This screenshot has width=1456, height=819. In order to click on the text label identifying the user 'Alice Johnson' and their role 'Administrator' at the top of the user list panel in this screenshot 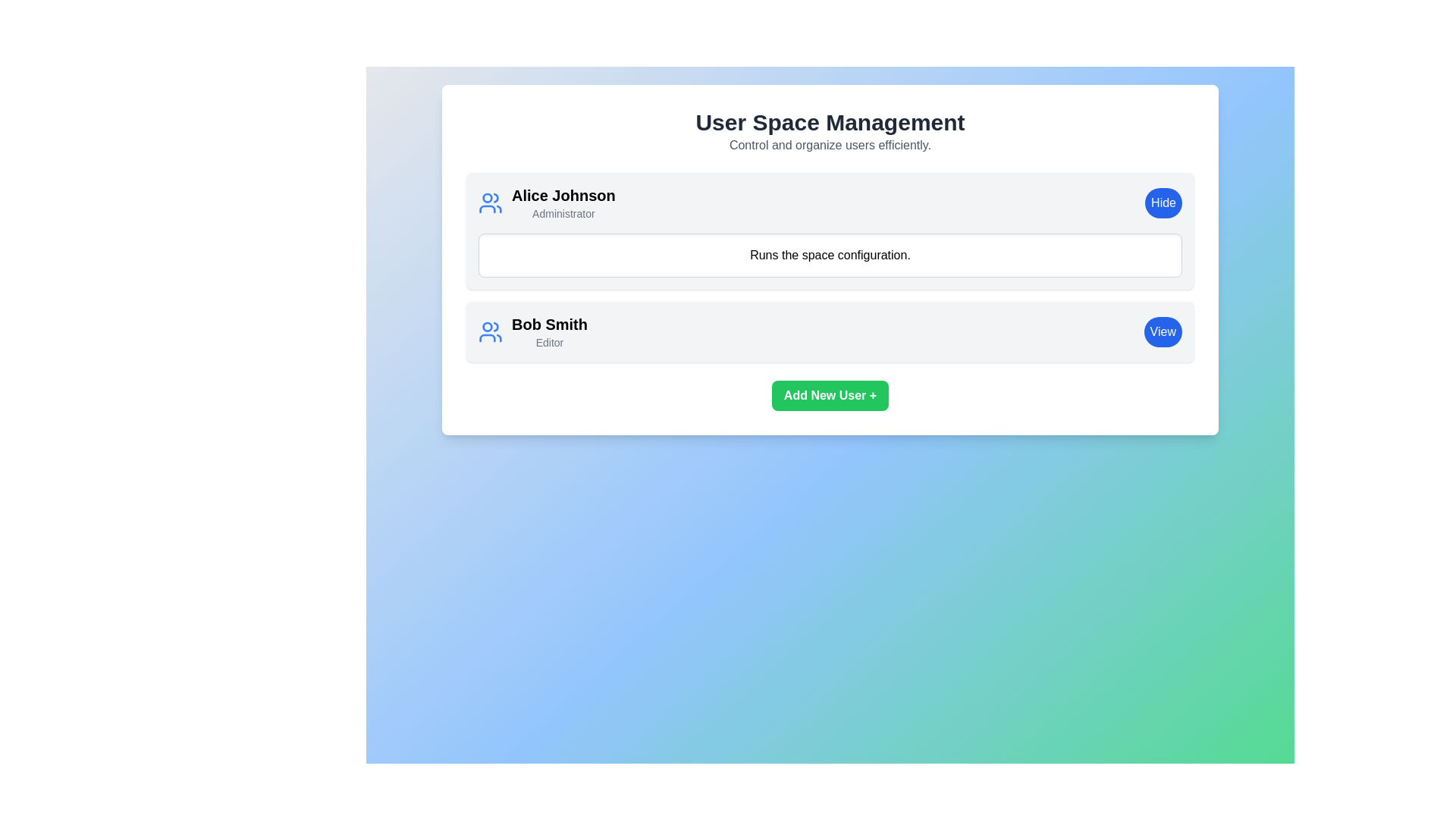, I will do `click(563, 202)`.